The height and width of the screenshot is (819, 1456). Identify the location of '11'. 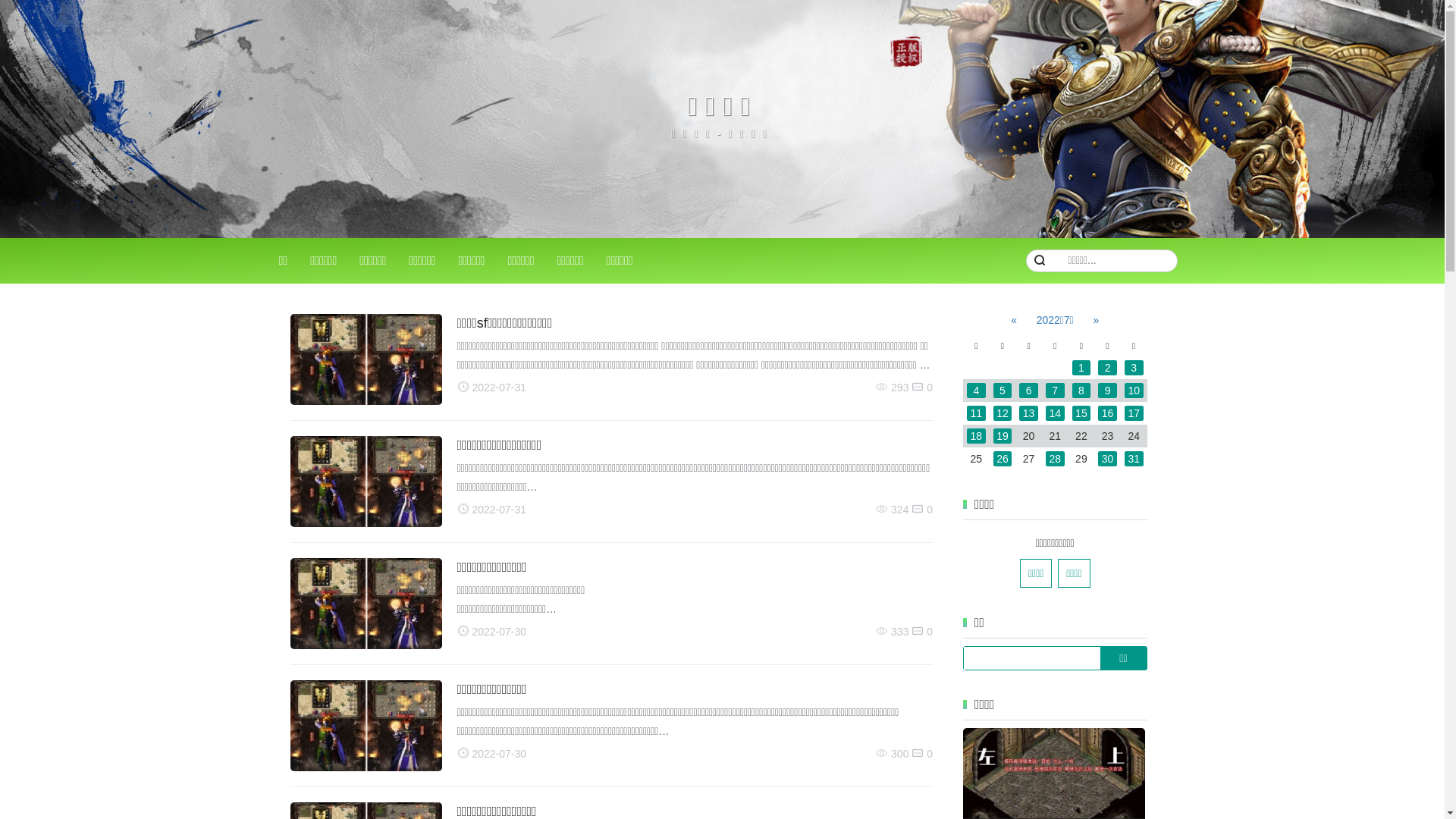
(966, 413).